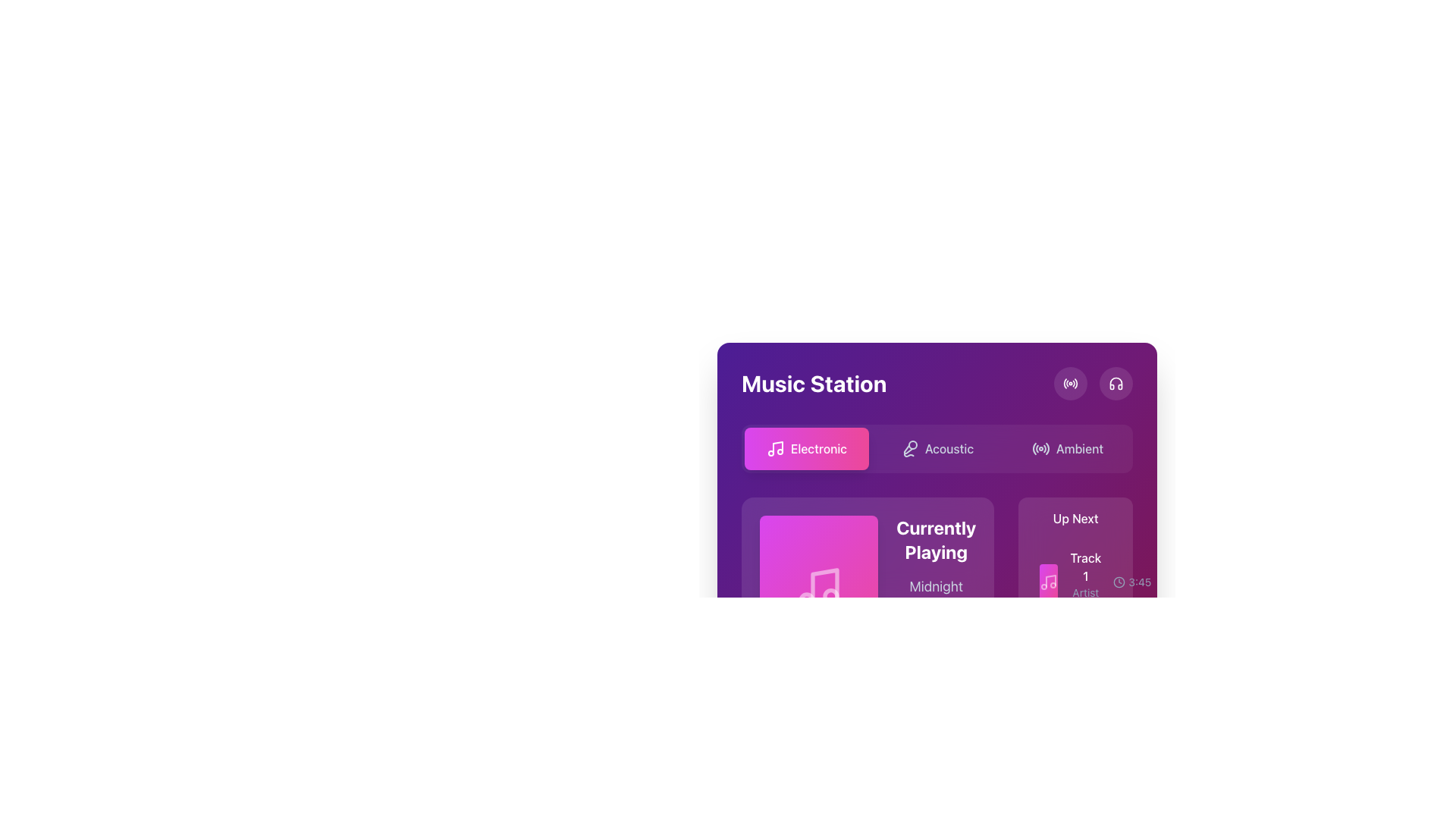 The image size is (1456, 819). What do you see at coordinates (949, 447) in the screenshot?
I see `the 'Acoustic' music category label or button, which is located to the right of a microphone icon` at bounding box center [949, 447].